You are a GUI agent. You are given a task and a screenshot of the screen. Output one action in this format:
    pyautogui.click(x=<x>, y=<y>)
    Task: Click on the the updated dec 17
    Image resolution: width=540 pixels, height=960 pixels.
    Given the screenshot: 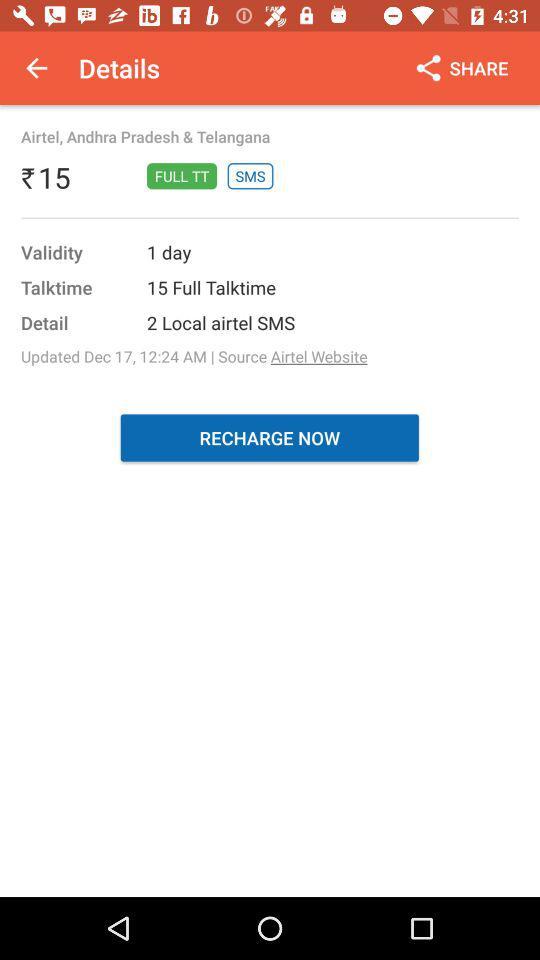 What is the action you would take?
    pyautogui.click(x=194, y=356)
    